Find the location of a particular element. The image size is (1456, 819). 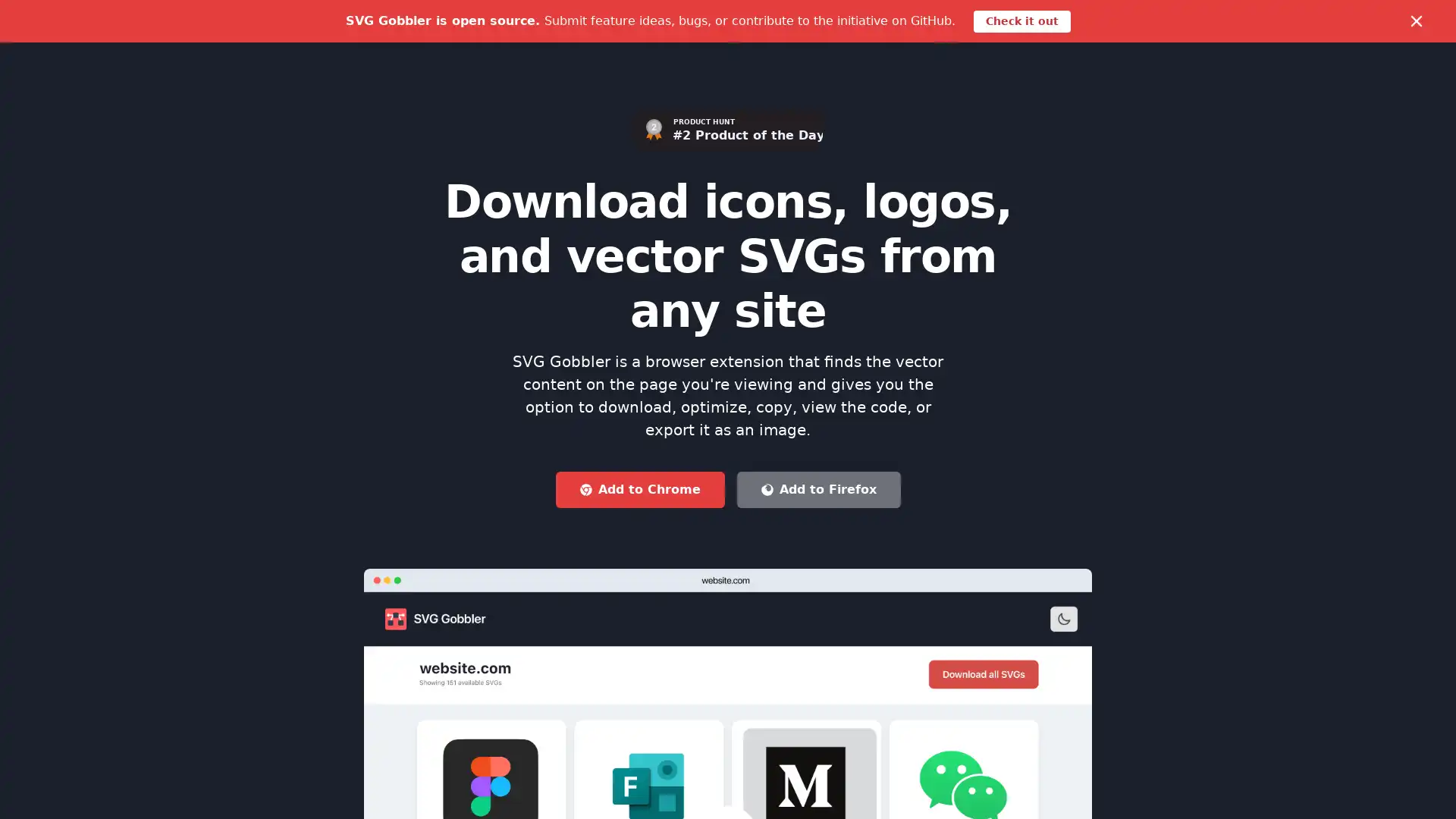

Close banner is located at coordinates (1415, 20).